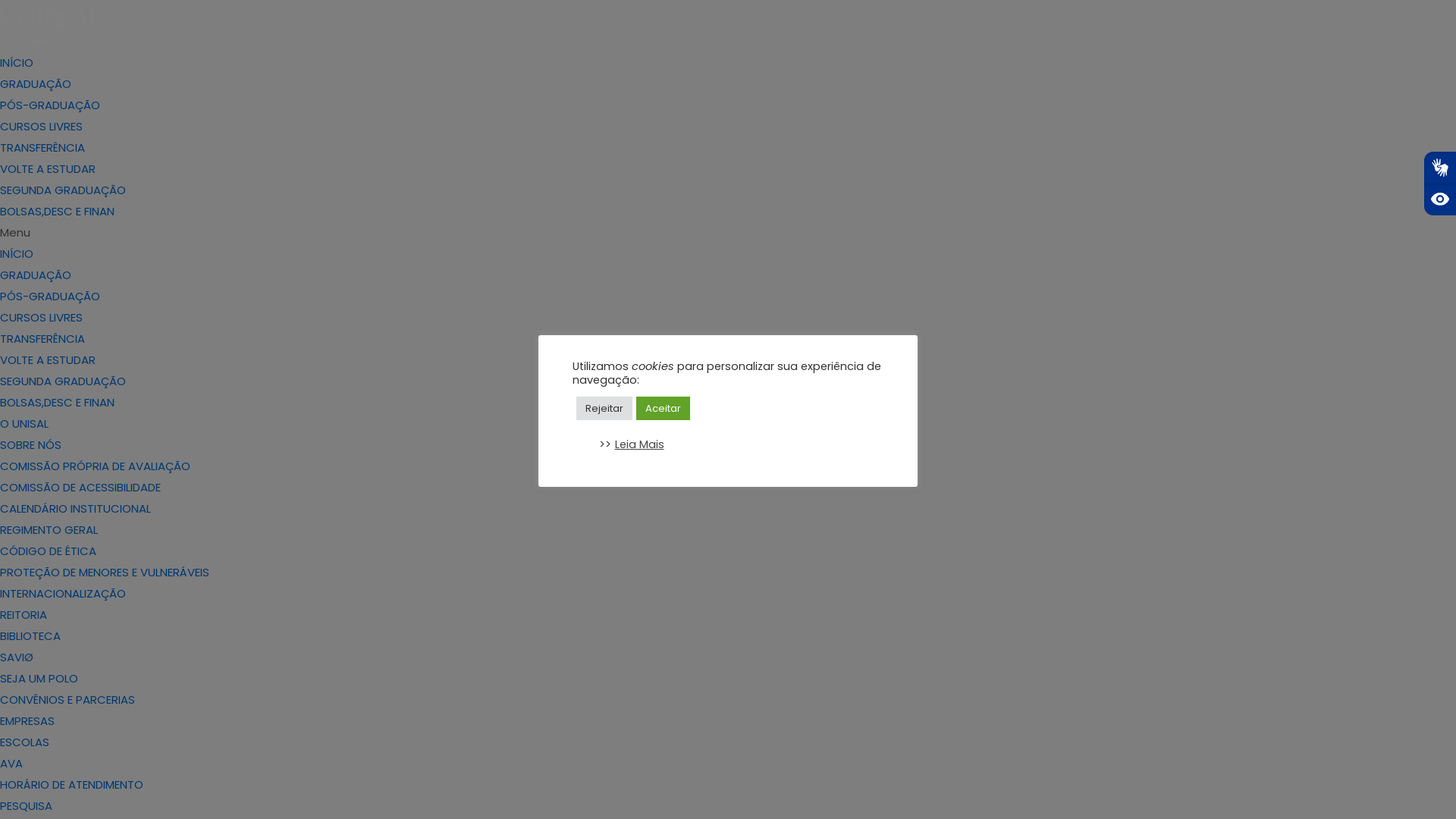 The image size is (1456, 819). What do you see at coordinates (603, 407) in the screenshot?
I see `'Rejeitar'` at bounding box center [603, 407].